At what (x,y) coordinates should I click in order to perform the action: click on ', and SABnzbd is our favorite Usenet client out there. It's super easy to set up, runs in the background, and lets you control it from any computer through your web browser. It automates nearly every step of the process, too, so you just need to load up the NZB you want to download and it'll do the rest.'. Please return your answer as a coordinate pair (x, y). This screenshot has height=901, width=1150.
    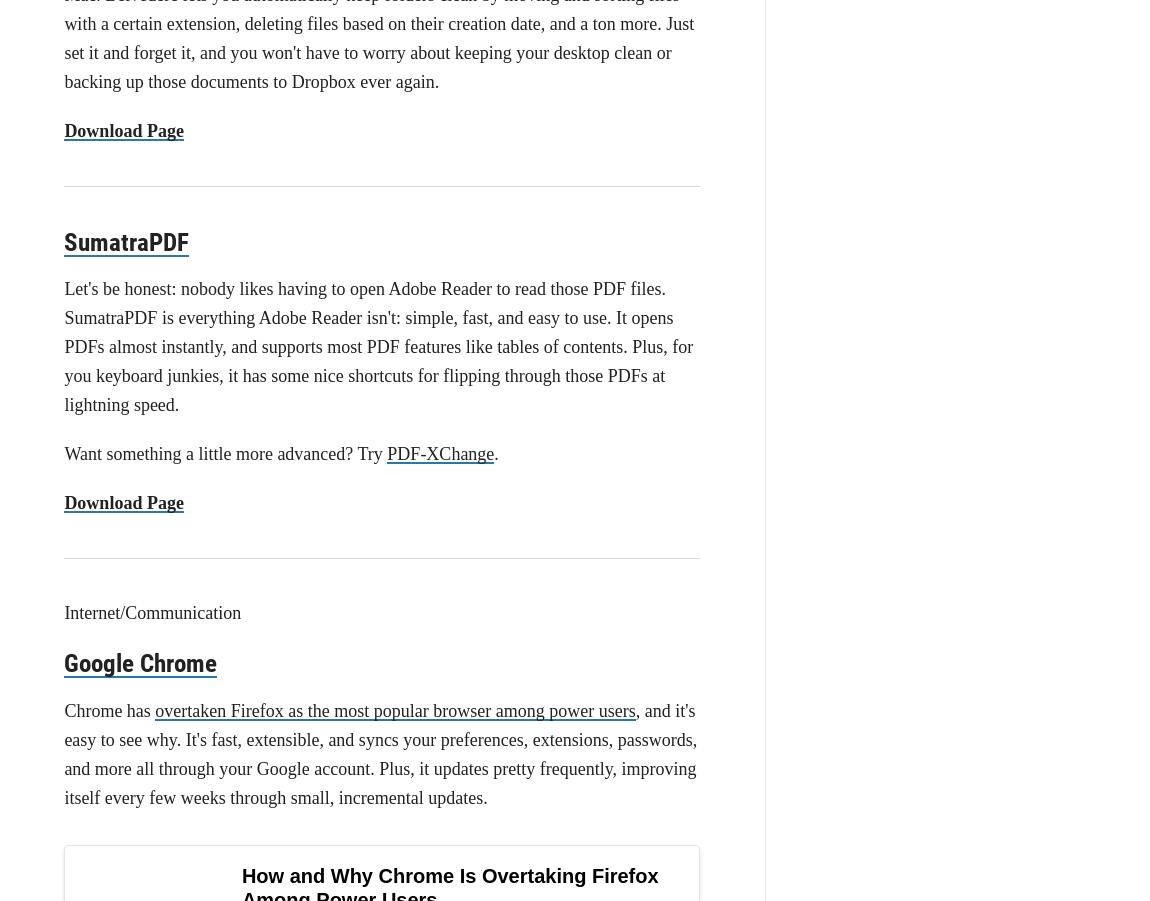
    Looking at the image, I should click on (381, 757).